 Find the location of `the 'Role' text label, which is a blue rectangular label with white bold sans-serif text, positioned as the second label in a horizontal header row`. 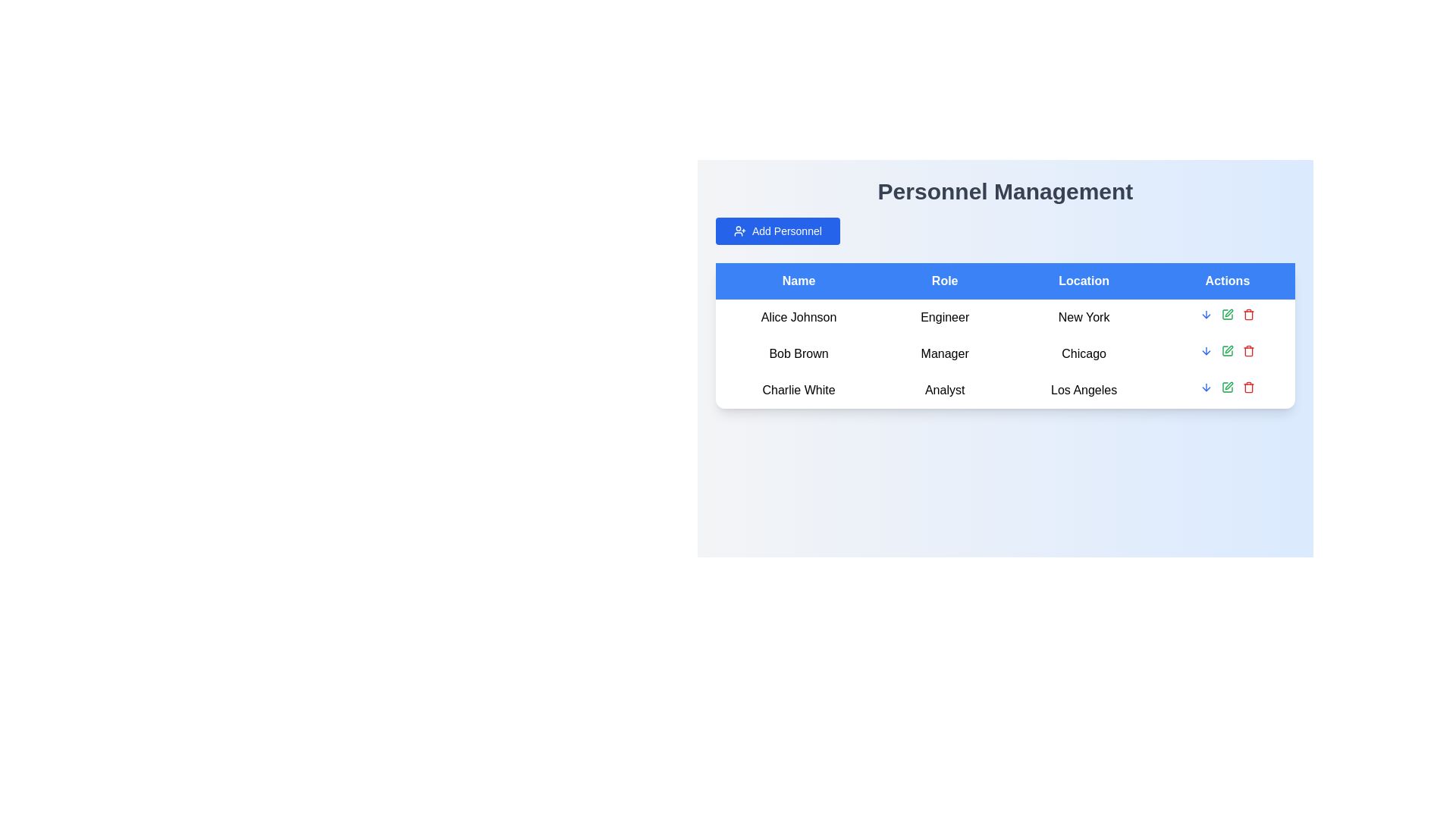

the 'Role' text label, which is a blue rectangular label with white bold sans-serif text, positioned as the second label in a horizontal header row is located at coordinates (944, 281).